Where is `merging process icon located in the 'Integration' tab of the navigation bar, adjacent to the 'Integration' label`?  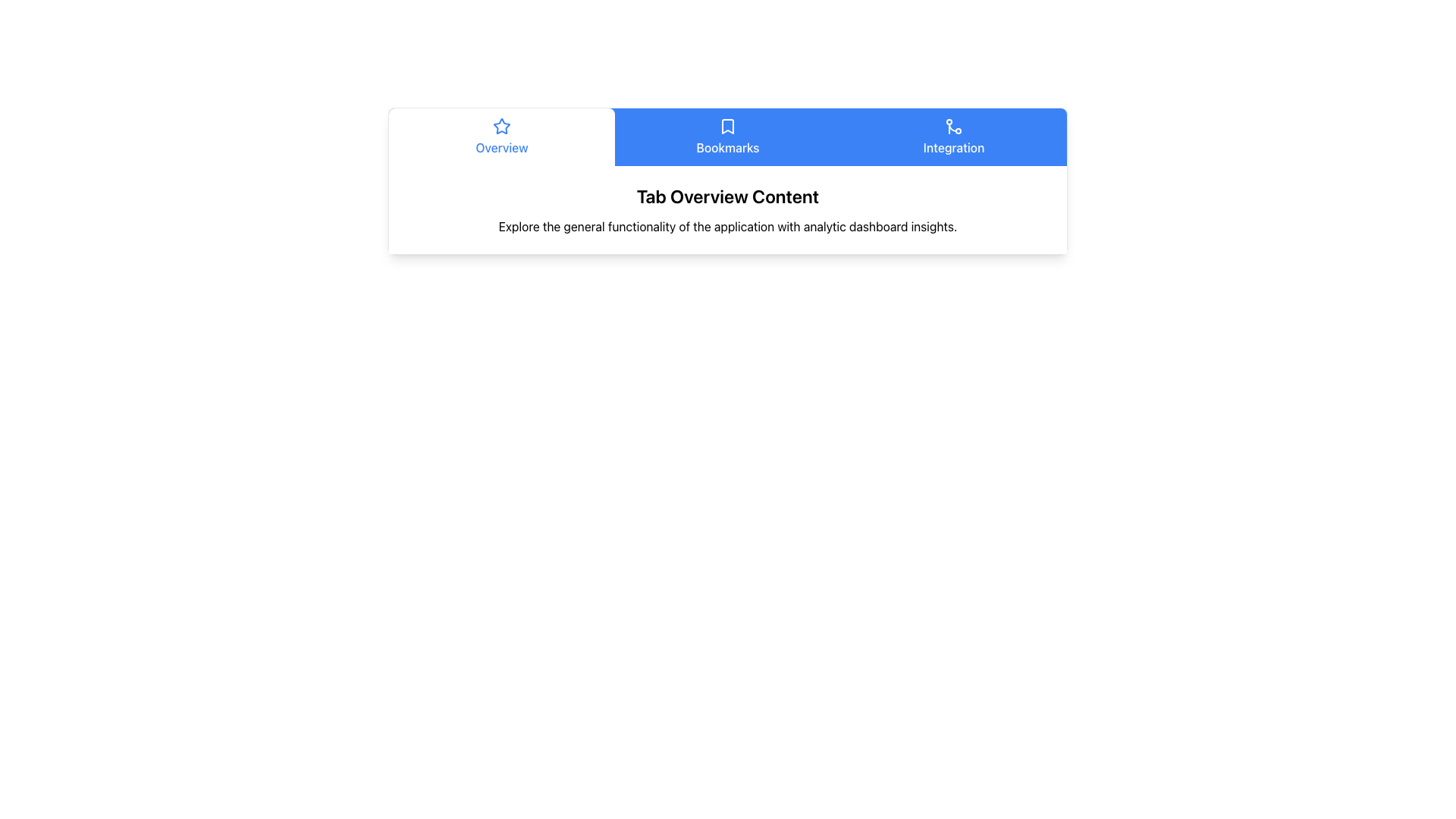 merging process icon located in the 'Integration' tab of the navigation bar, adjacent to the 'Integration' label is located at coordinates (952, 125).